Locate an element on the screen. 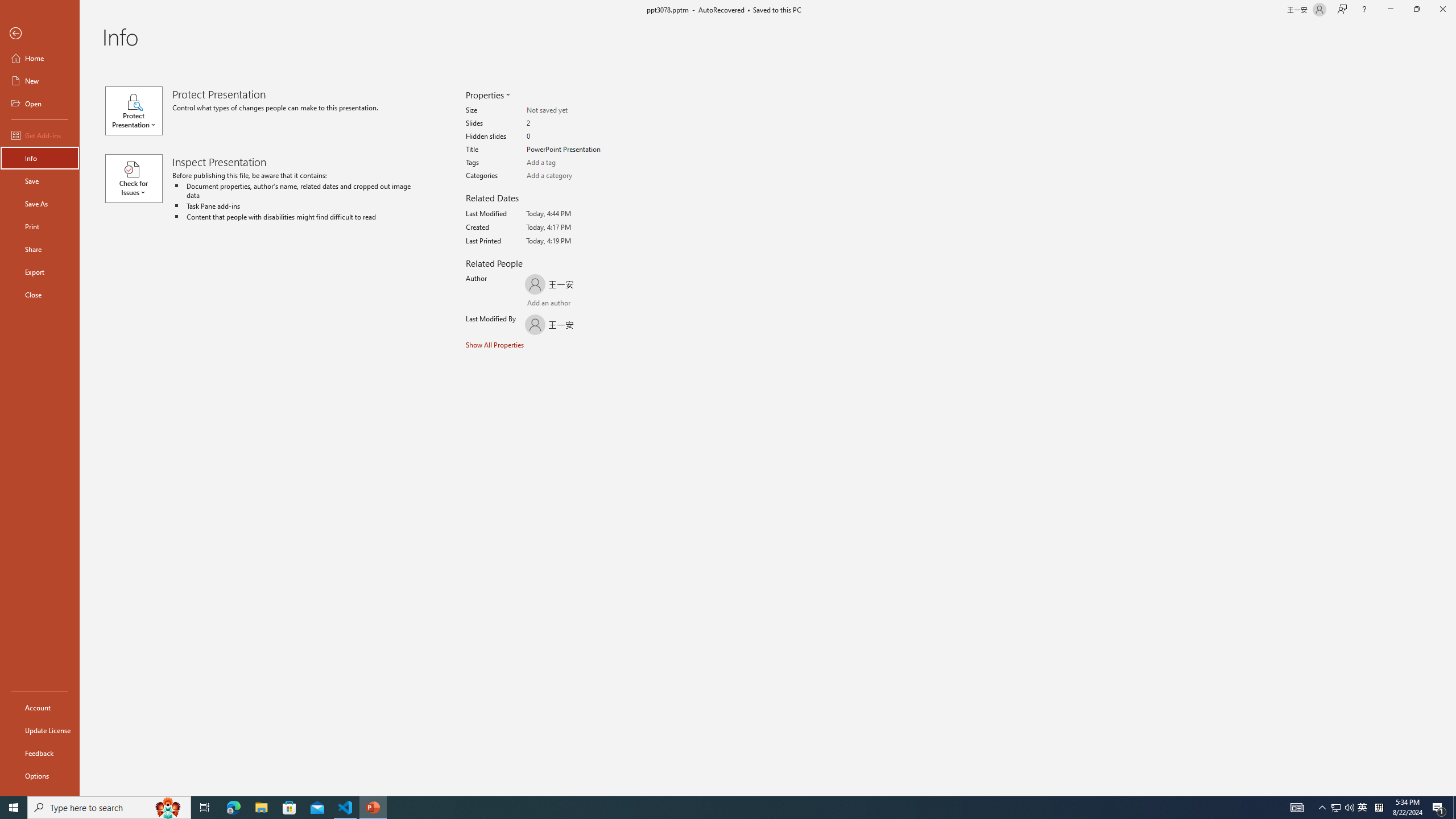  'New' is located at coordinates (39, 80).